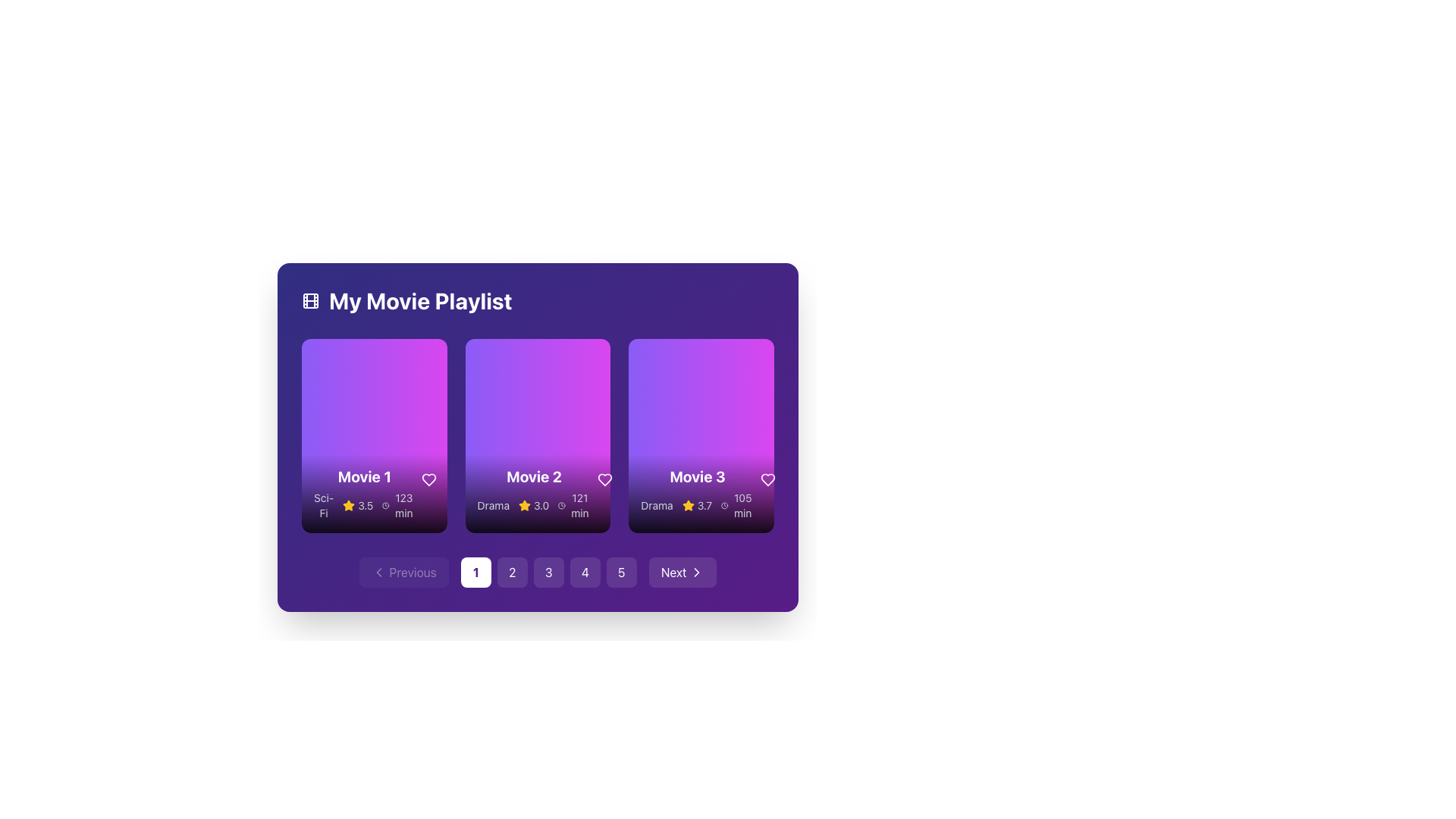  Describe the element at coordinates (348, 506) in the screenshot. I see `the yellow star icon that is positioned to the left of the rating '3.5' under the 'Movie 1' card in the 'My Movie Playlist' section` at that location.